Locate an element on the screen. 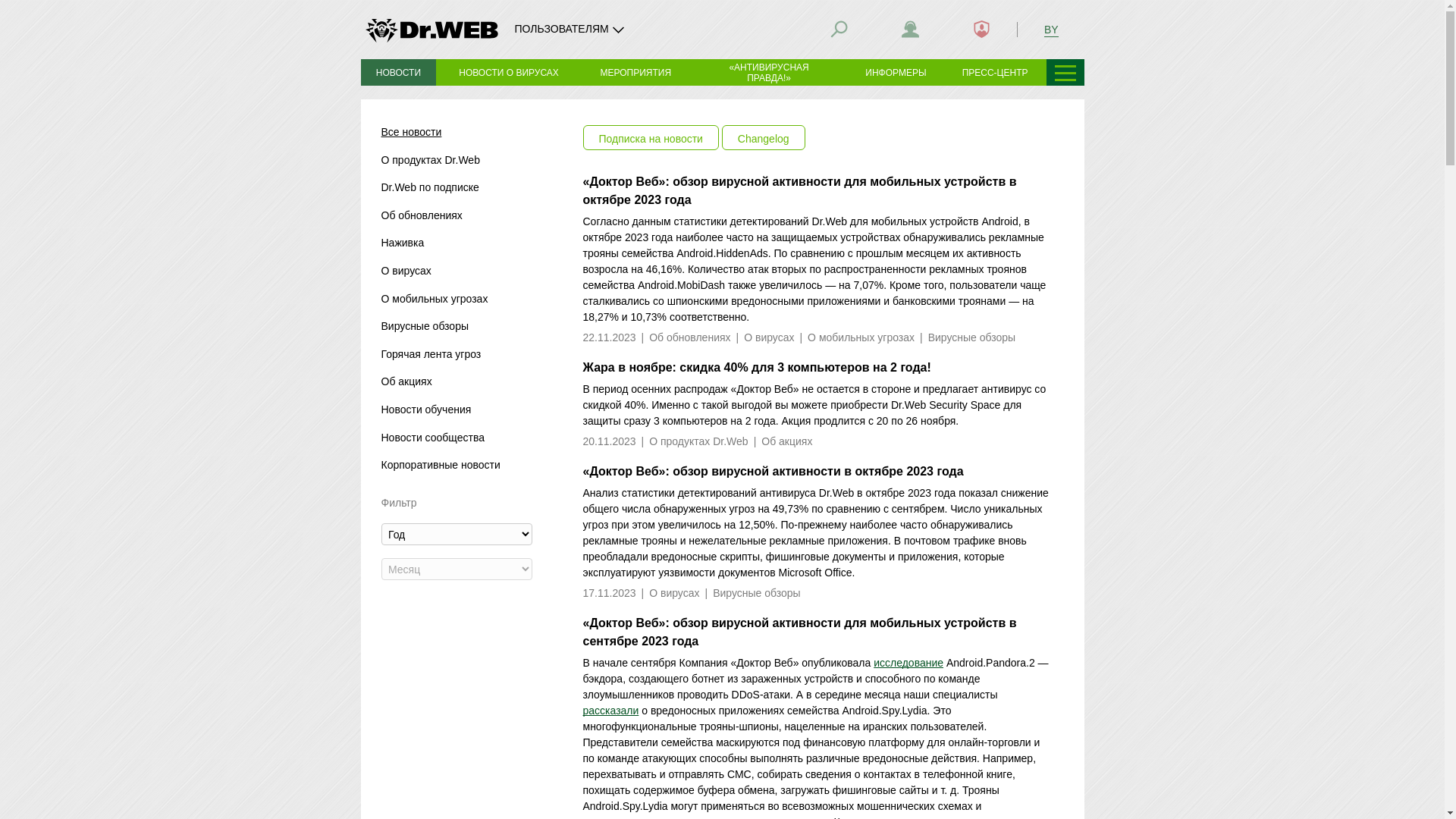 The height and width of the screenshot is (819, 1456). 'BY' is located at coordinates (1050, 29).